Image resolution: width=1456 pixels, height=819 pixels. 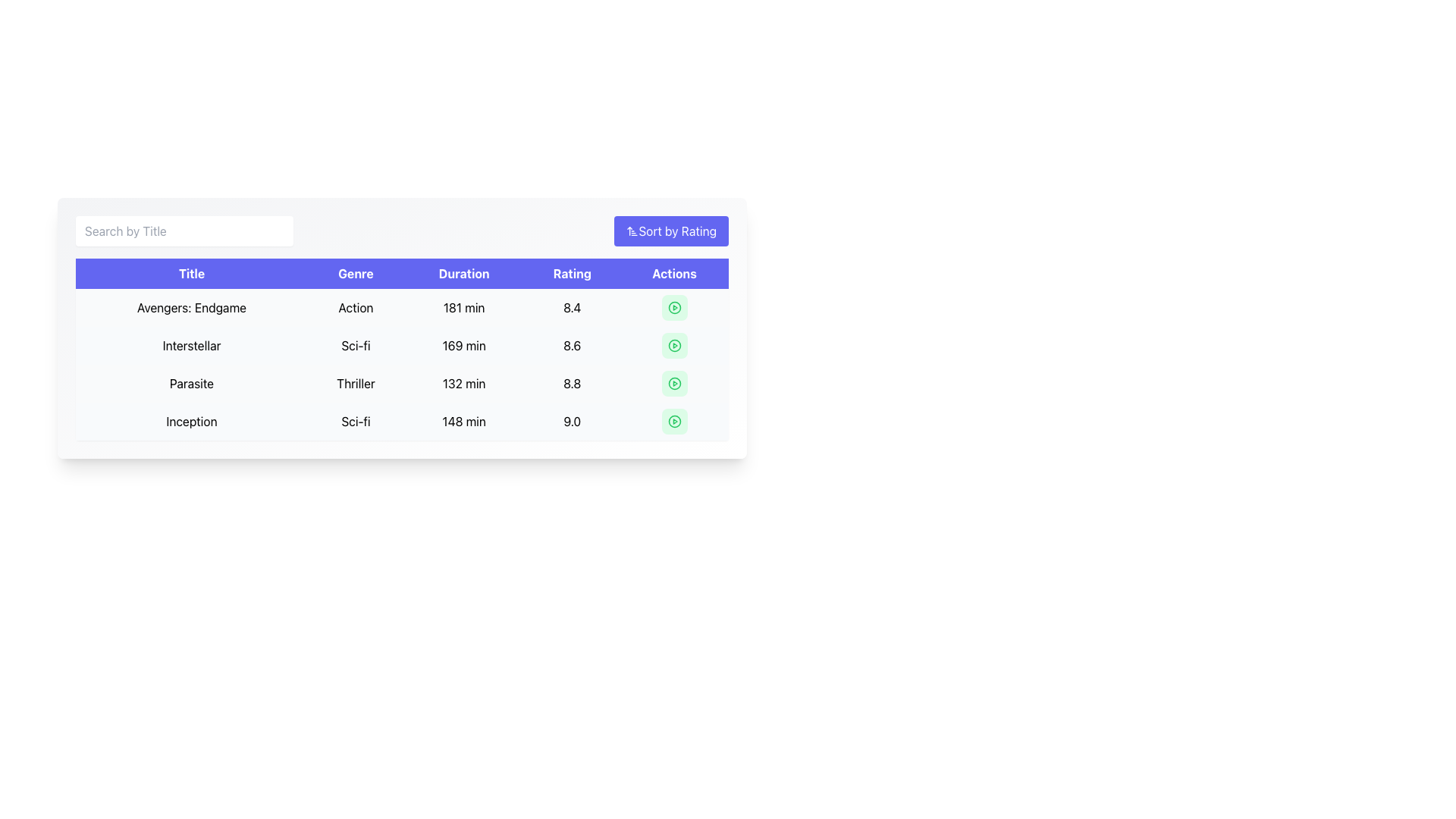 What do you see at coordinates (191, 307) in the screenshot?
I see `the text label displaying 'Avengers: Endgame' in bold black font, located in the first row of the table under the 'Title' column` at bounding box center [191, 307].